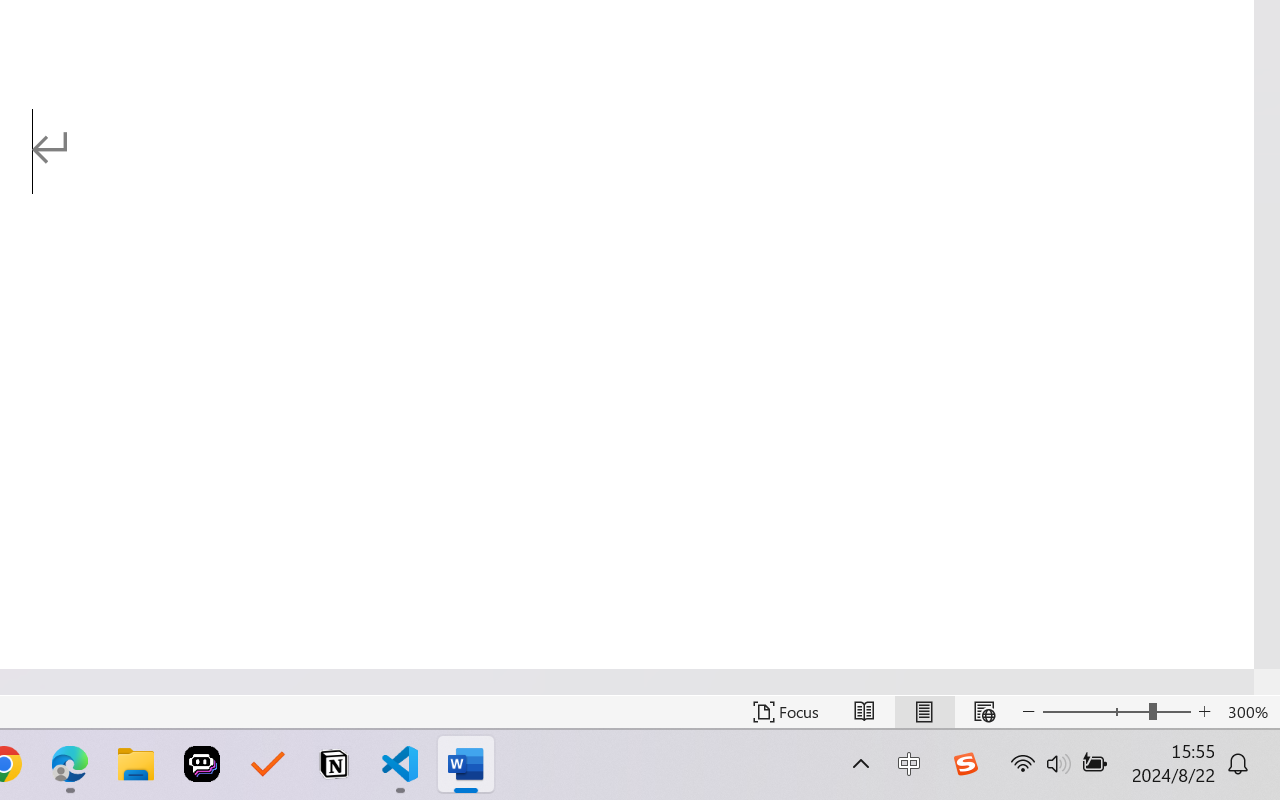 The image size is (1280, 800). I want to click on 'Print Layout', so click(923, 711).